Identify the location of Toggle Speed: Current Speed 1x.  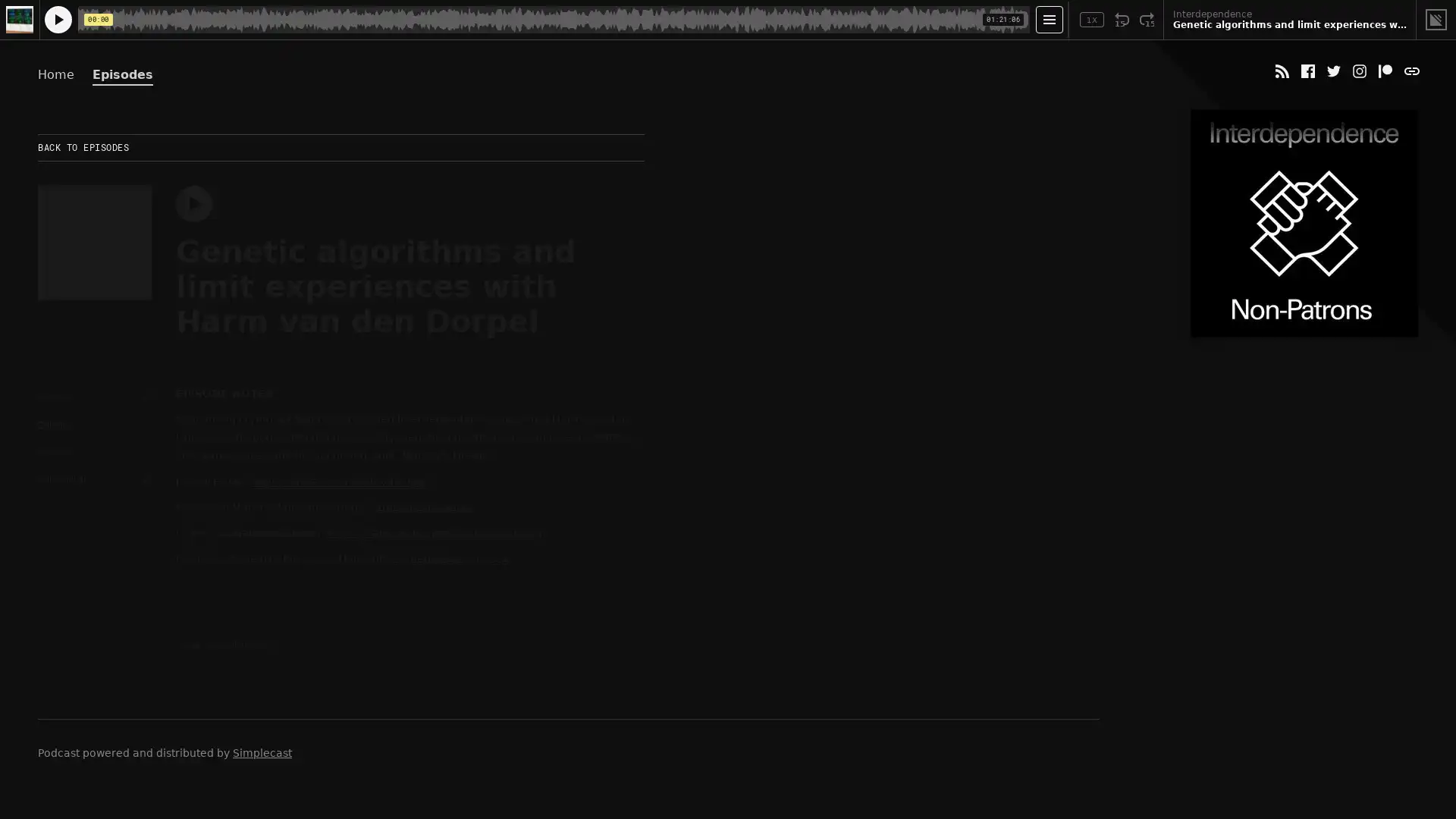
(1092, 20).